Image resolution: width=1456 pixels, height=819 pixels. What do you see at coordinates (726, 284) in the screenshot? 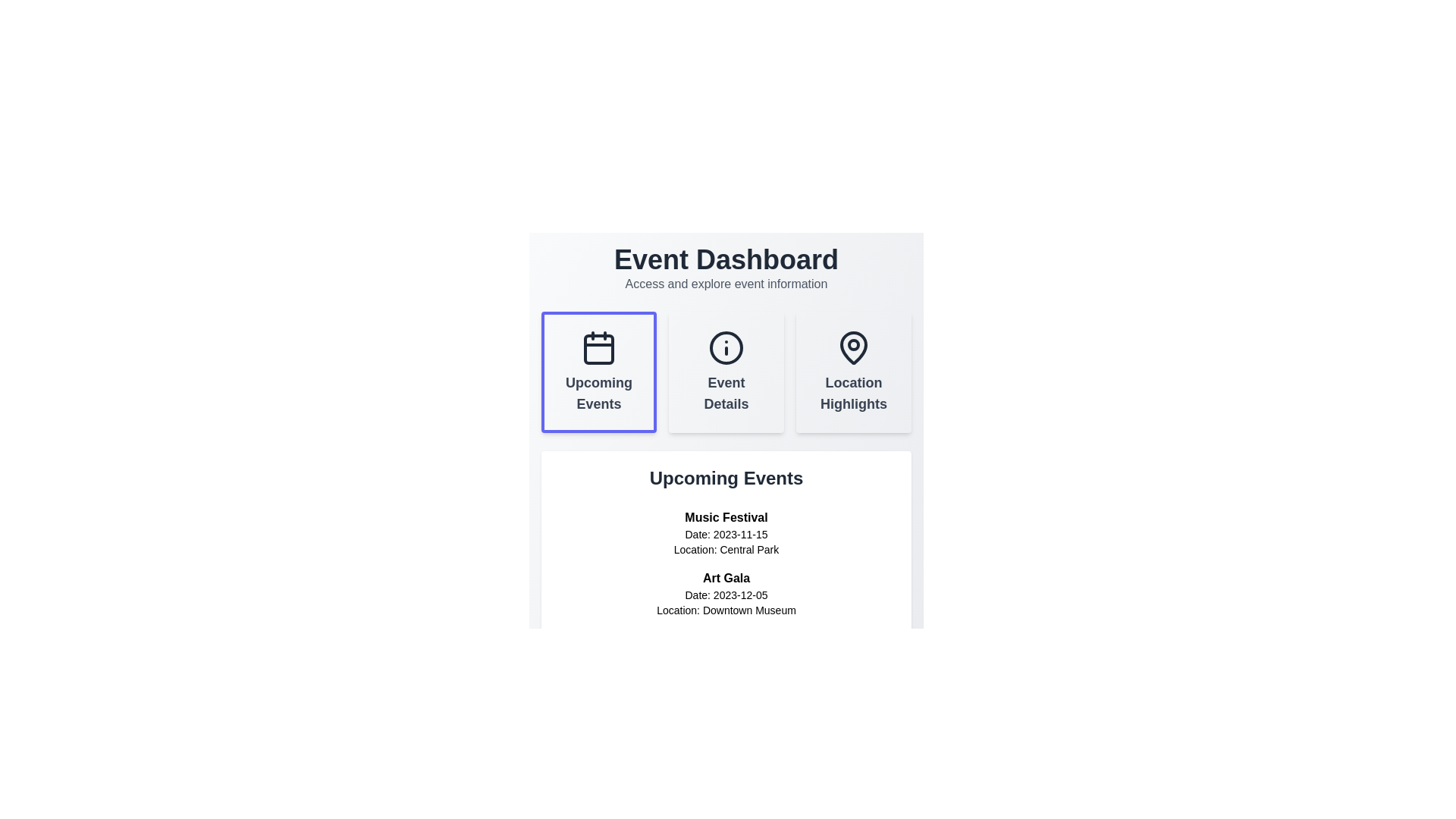
I see `the static text label that provides additional context to the 'Event Dashboard' title, located below it and centered horizontally` at bounding box center [726, 284].